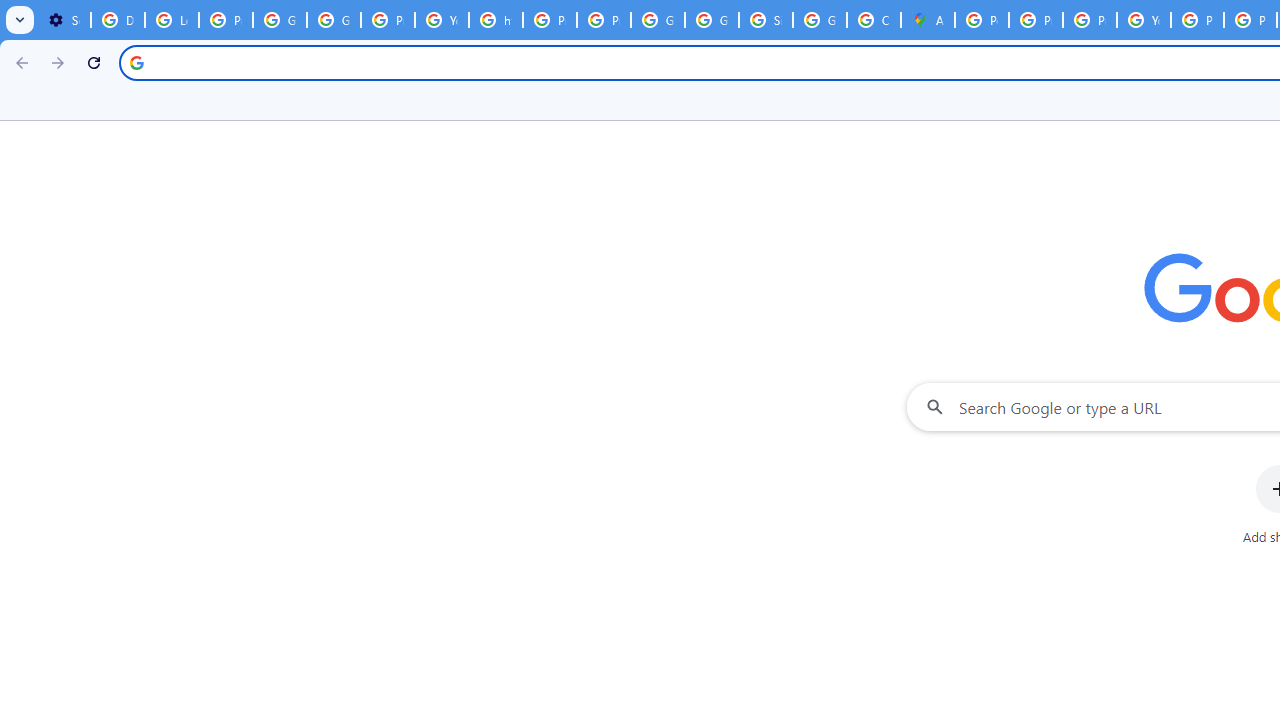 This screenshot has width=1280, height=720. What do you see at coordinates (981, 20) in the screenshot?
I see `'Policy Accountability and Transparency - Transparency Center'` at bounding box center [981, 20].